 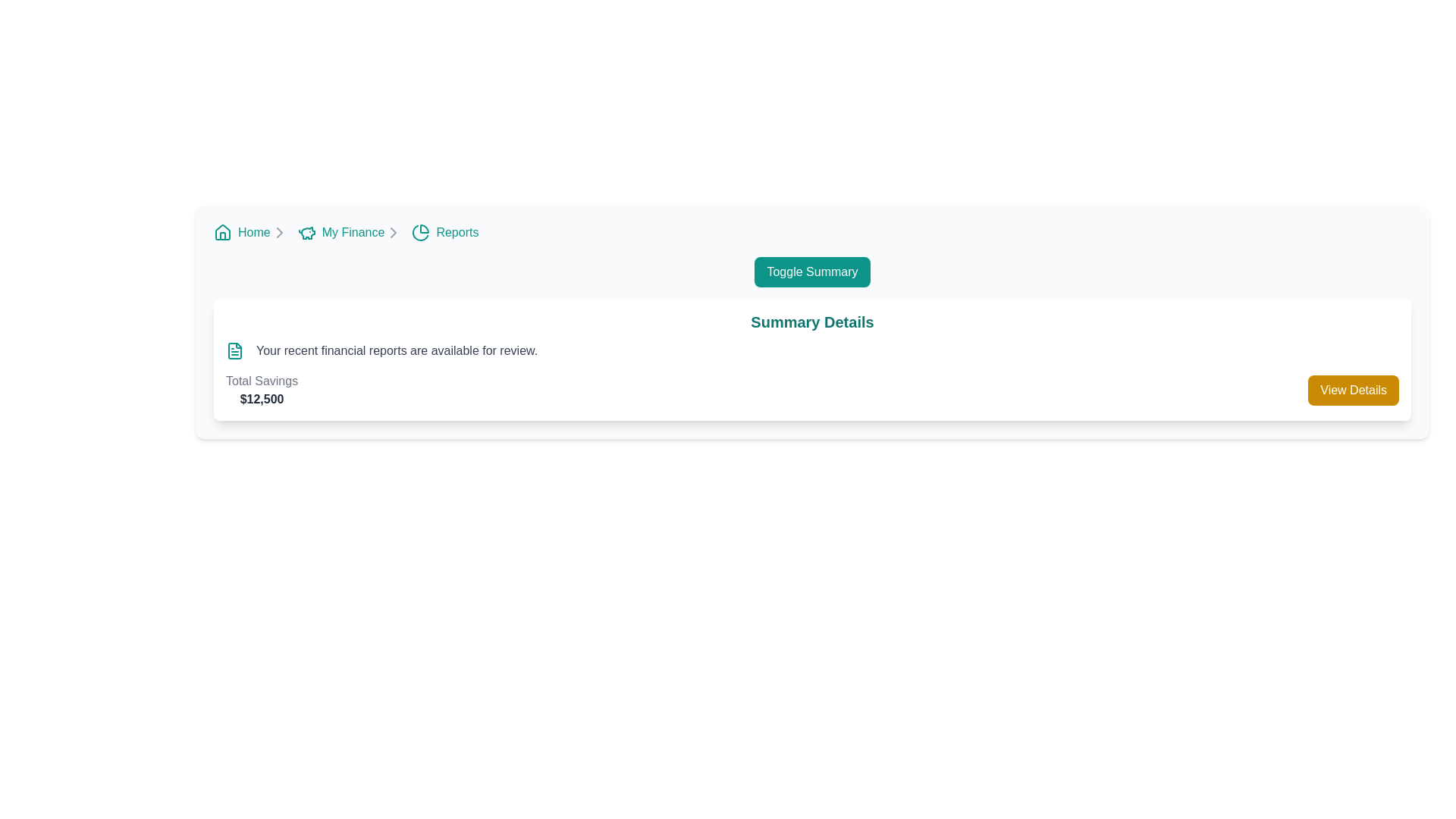 I want to click on the decorative icon representing the 'My Finance' section located in the breadcrumb navigation bar, positioned to the left of the 'My Finance' text link, so click(x=306, y=233).